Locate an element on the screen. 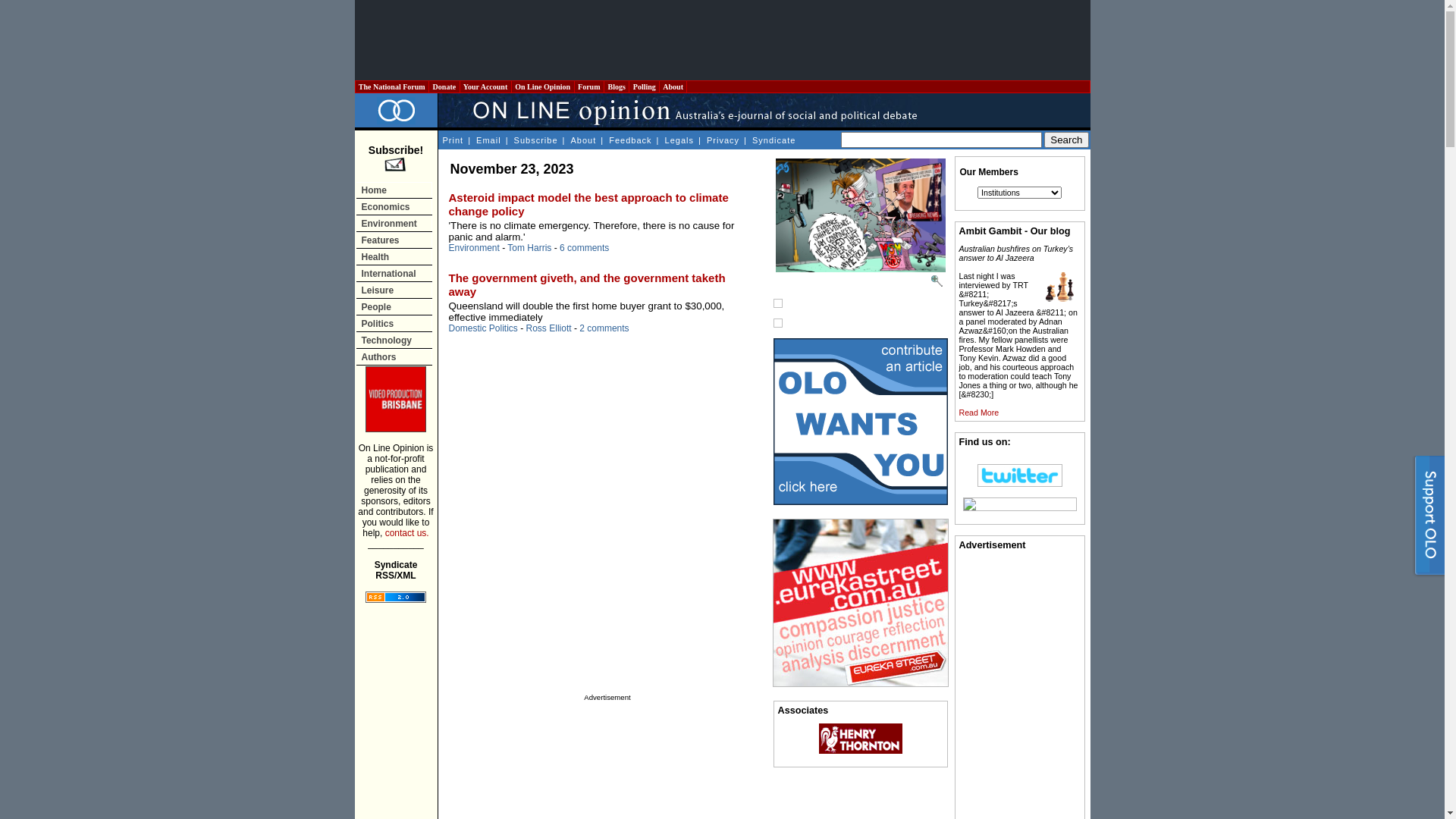 This screenshot has width=1456, height=819. 'Health' is located at coordinates (356, 256).